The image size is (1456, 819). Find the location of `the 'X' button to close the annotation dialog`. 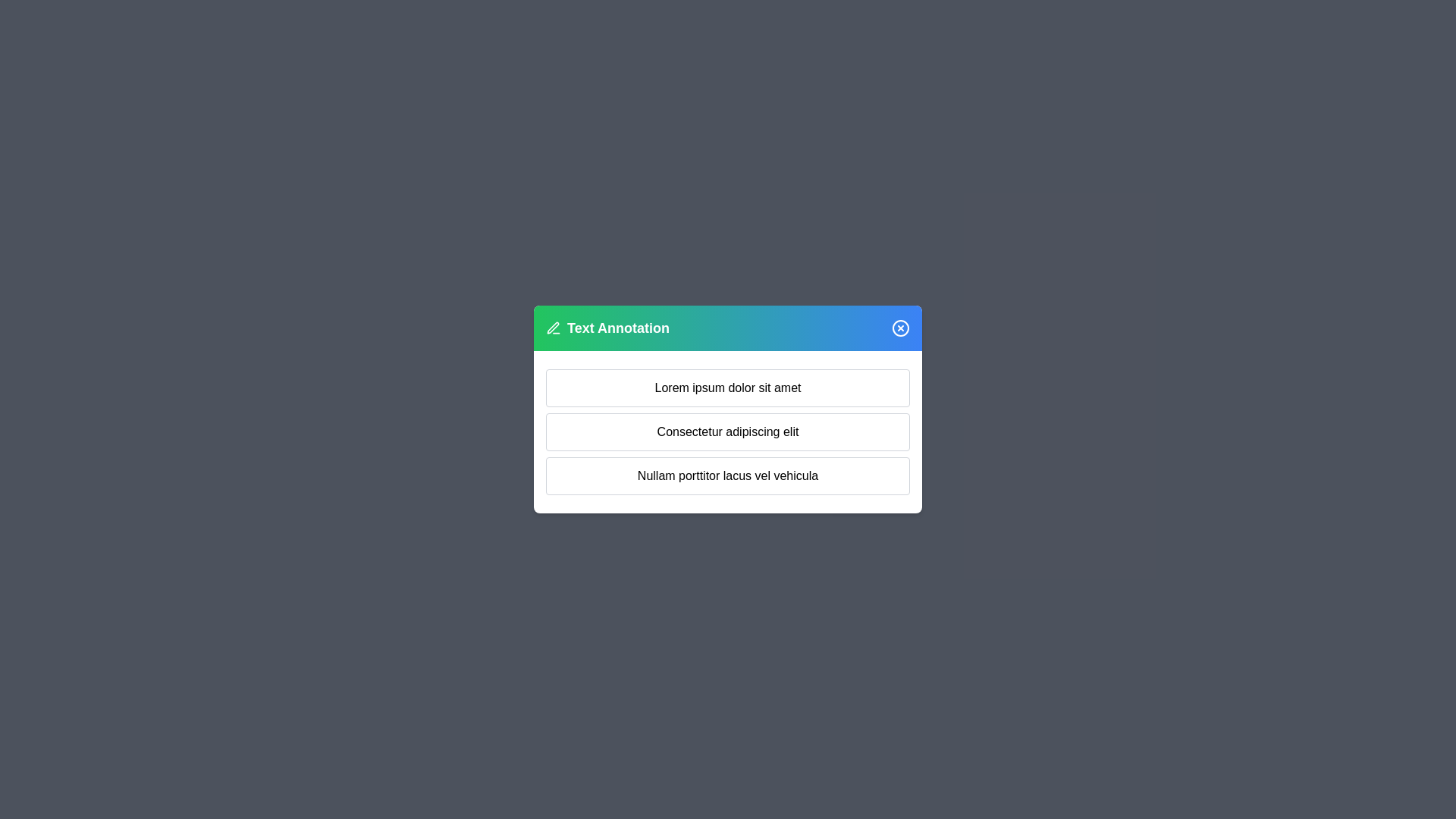

the 'X' button to close the annotation dialog is located at coordinates (901, 327).